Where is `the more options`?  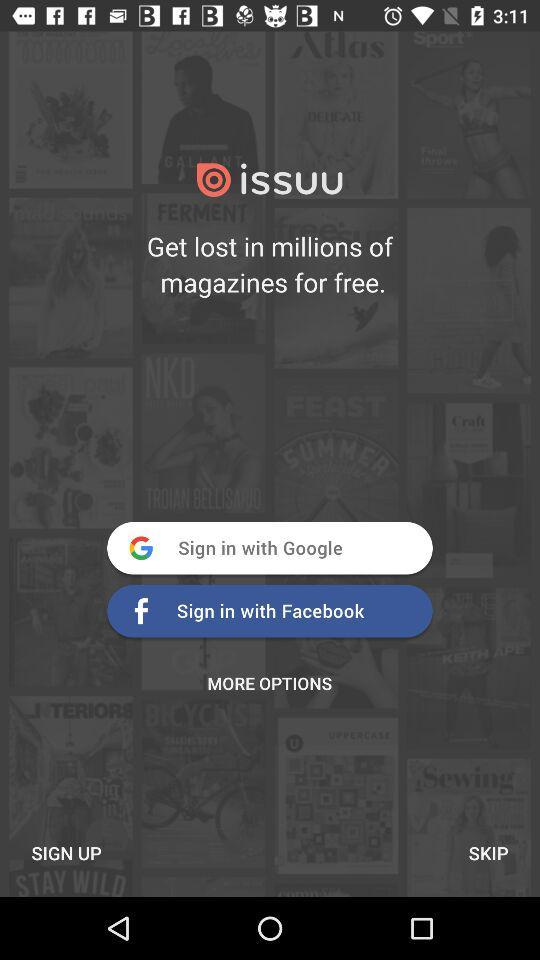
the more options is located at coordinates (269, 683).